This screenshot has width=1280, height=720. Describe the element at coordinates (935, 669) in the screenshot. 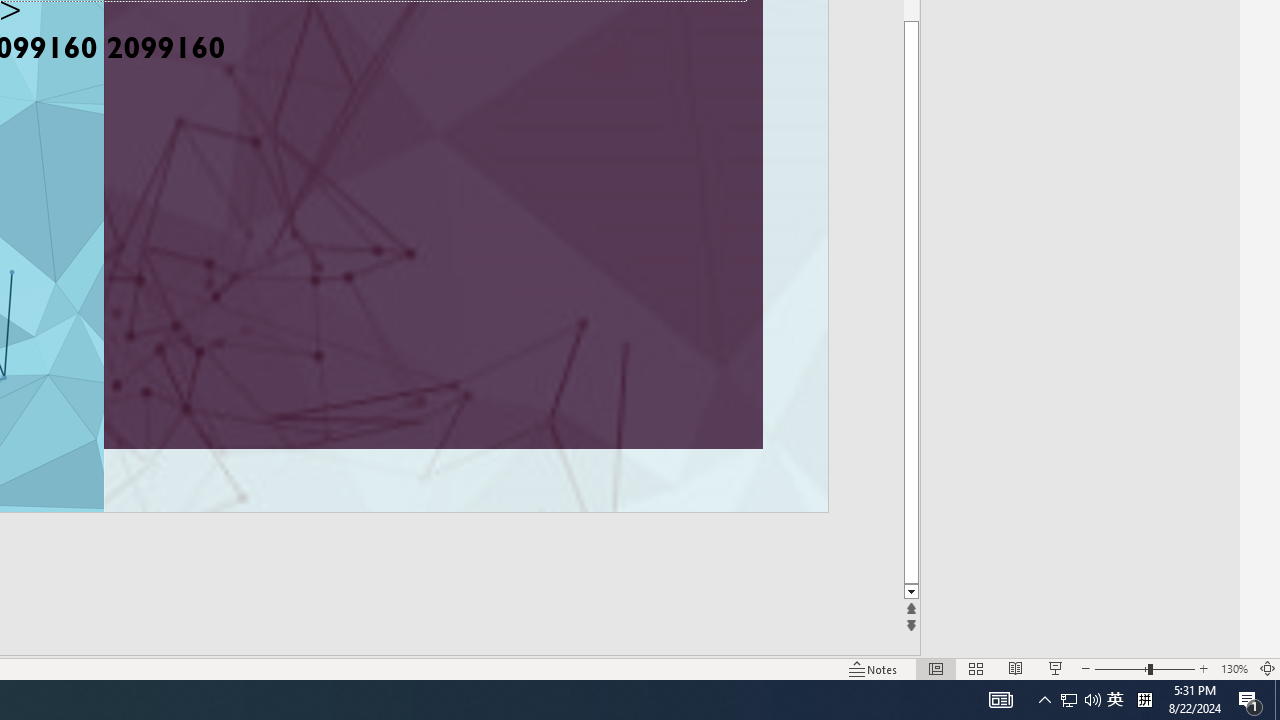

I see `'Normal'` at that location.